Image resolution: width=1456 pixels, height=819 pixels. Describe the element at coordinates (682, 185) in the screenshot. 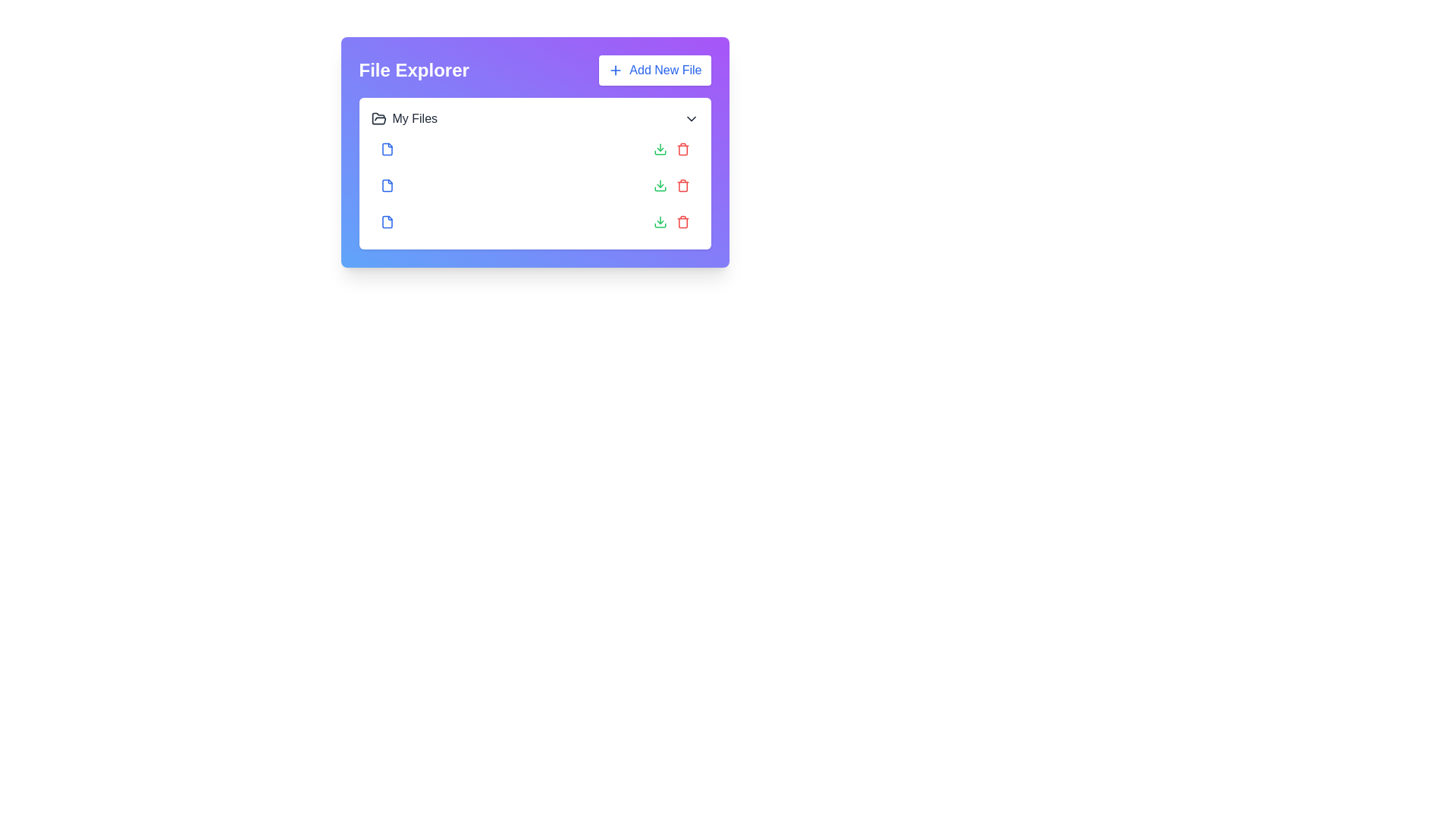

I see `the red trash bin icon button located on the right side of the file list interface` at that location.